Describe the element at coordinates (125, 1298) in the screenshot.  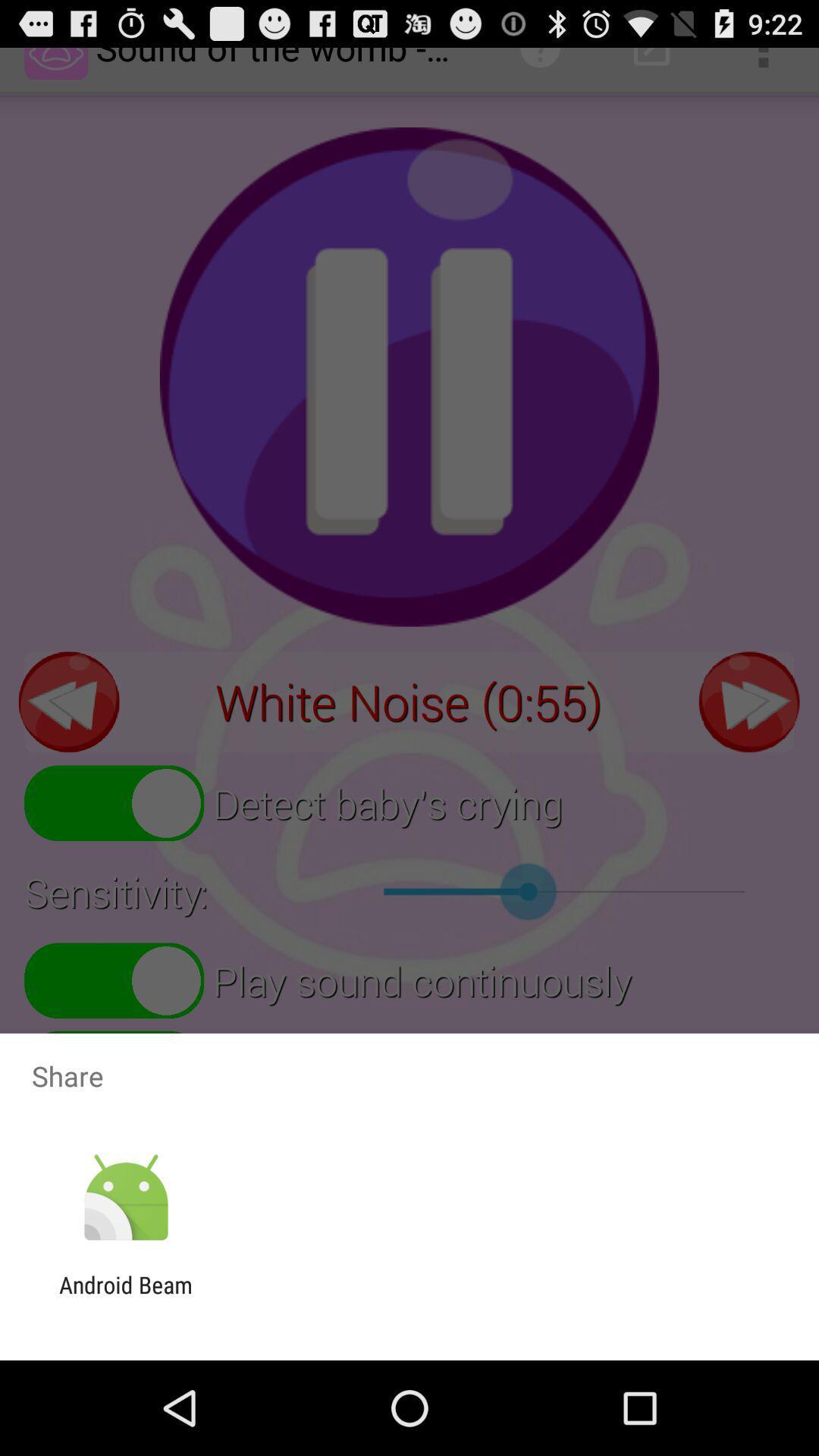
I see `android beam icon` at that location.